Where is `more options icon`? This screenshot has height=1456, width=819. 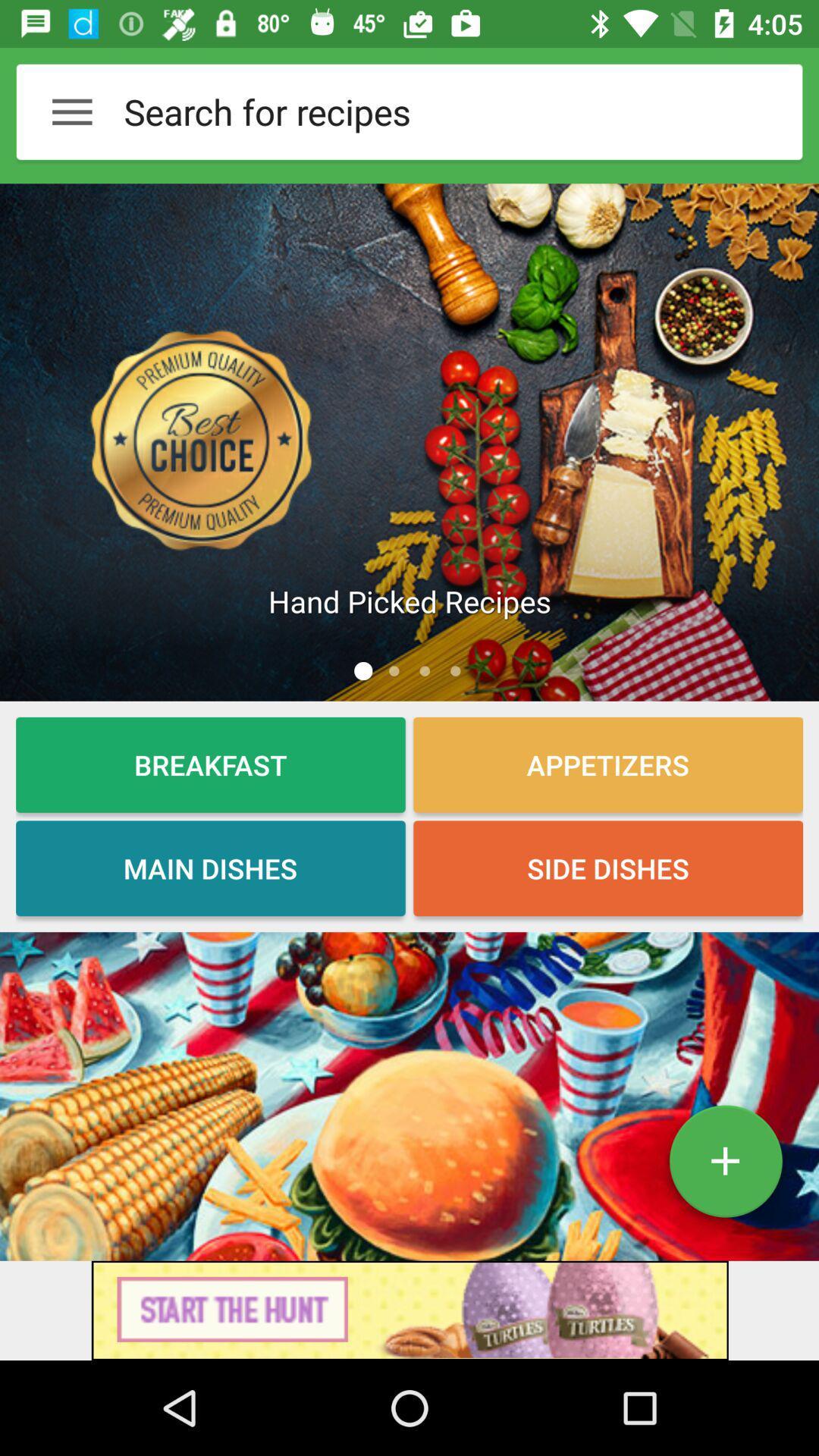
more options icon is located at coordinates (72, 111).